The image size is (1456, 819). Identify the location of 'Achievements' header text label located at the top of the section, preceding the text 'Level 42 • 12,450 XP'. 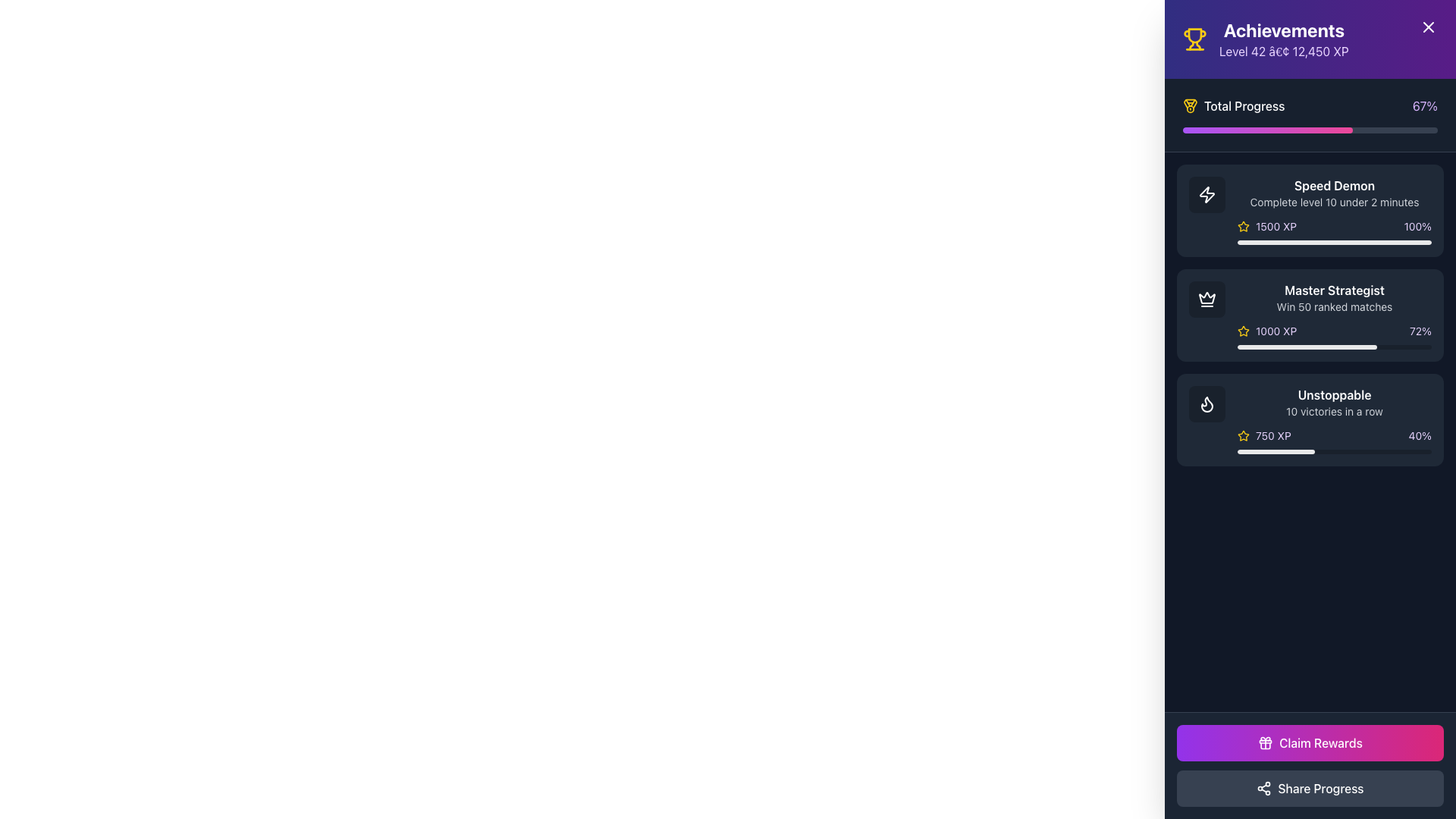
(1283, 30).